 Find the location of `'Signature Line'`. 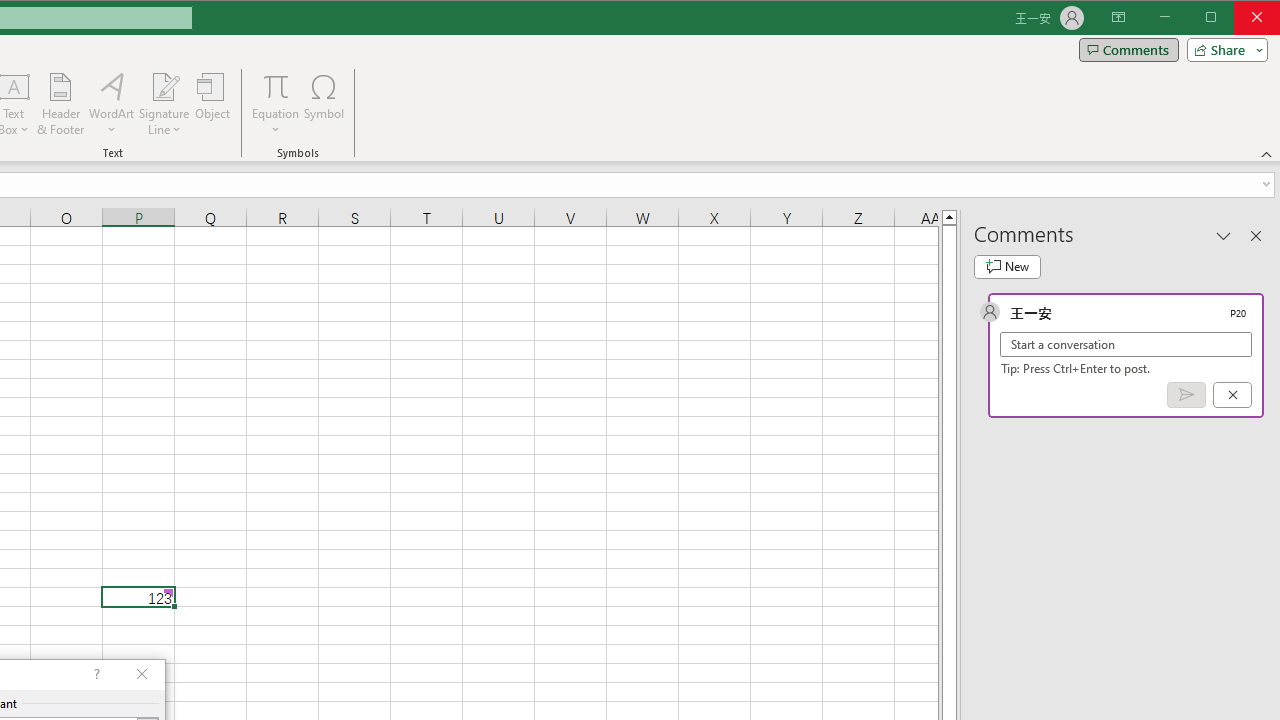

'Signature Line' is located at coordinates (164, 104).